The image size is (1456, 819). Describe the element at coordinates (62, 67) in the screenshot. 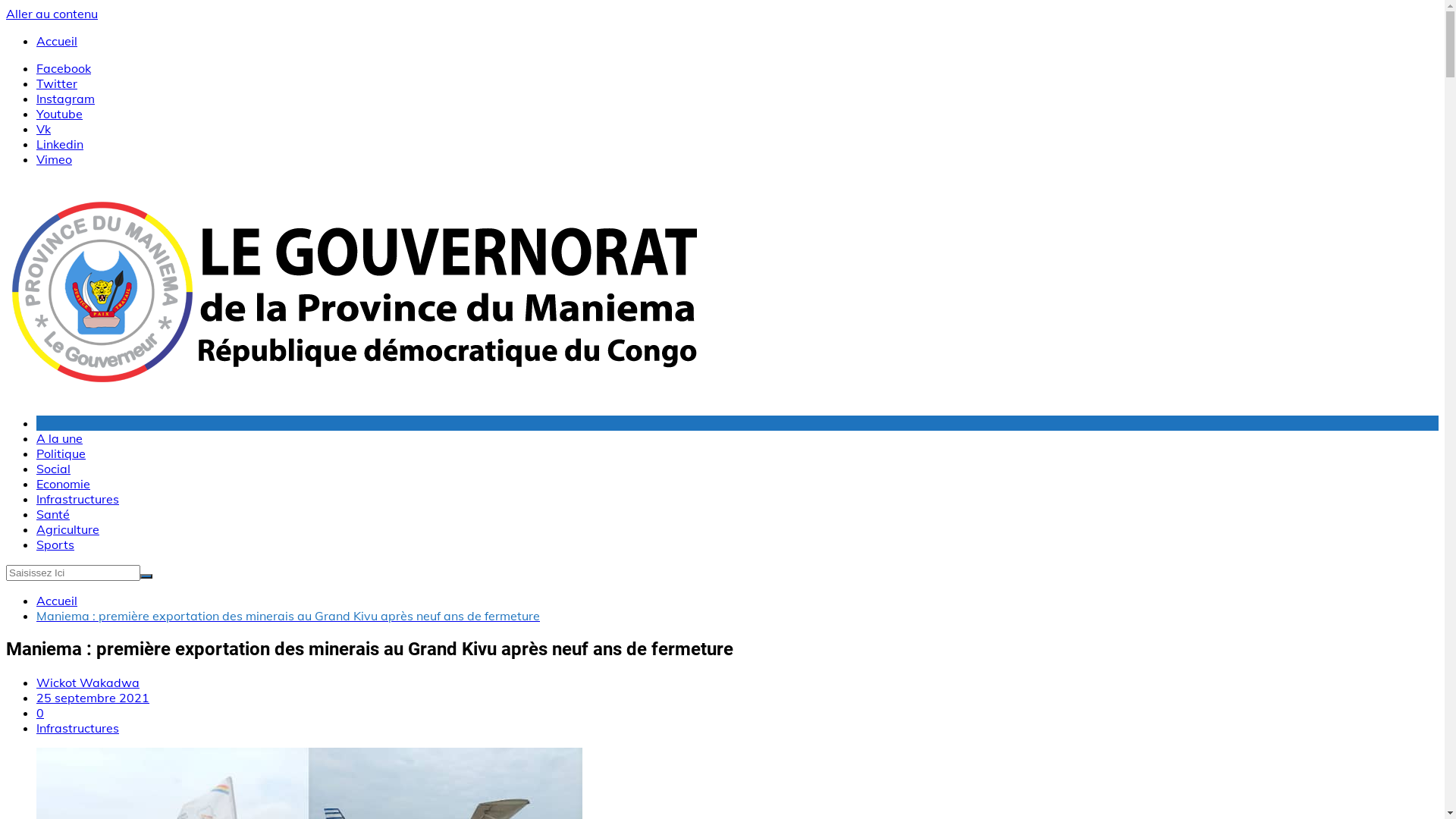

I see `'Facebook'` at that location.